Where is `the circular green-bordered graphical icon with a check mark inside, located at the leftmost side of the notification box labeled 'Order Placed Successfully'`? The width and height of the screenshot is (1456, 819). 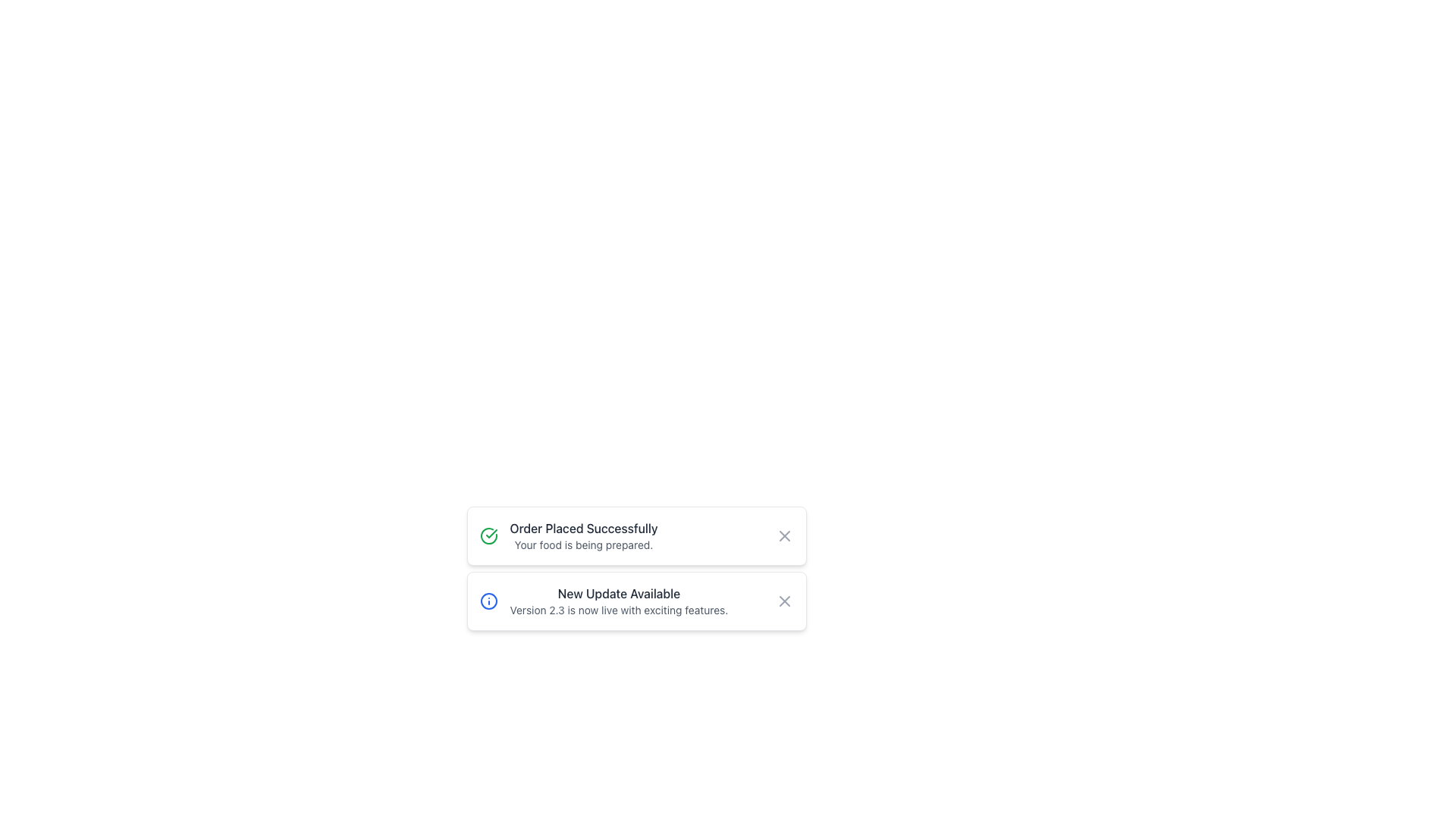 the circular green-bordered graphical icon with a check mark inside, located at the leftmost side of the notification box labeled 'Order Placed Successfully' is located at coordinates (488, 535).